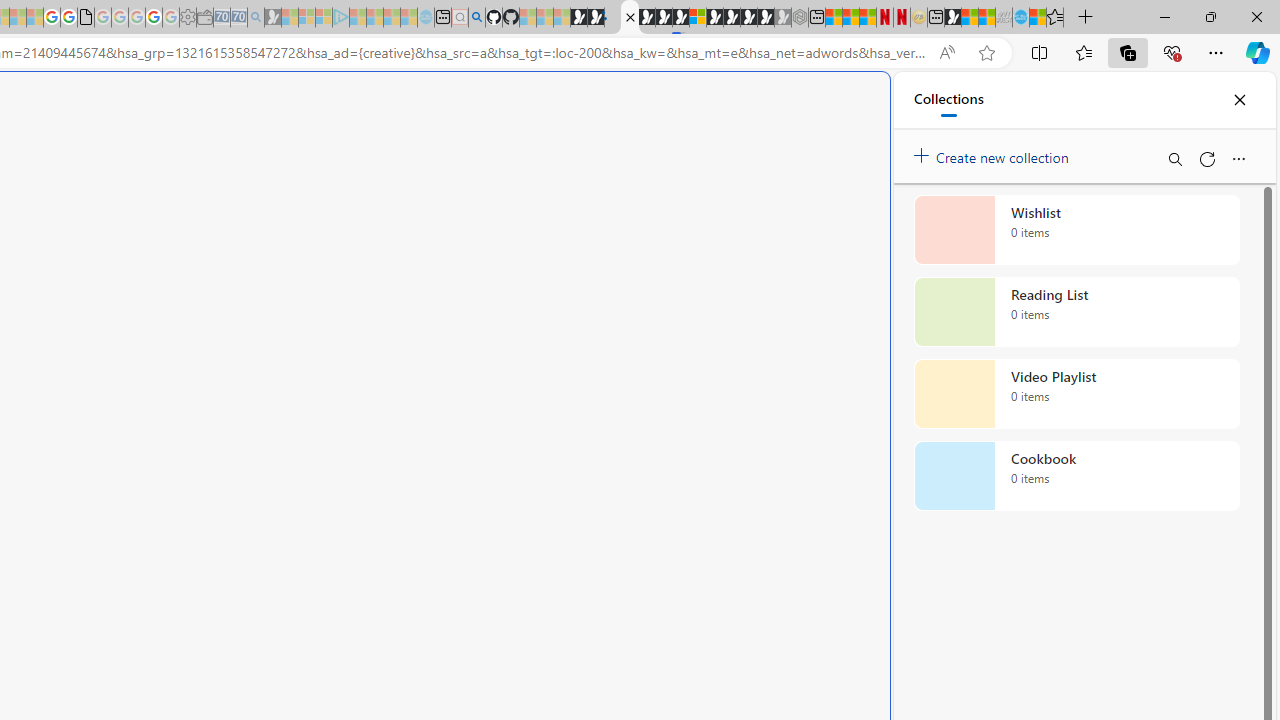  I want to click on 'Create new collection', so click(995, 152).